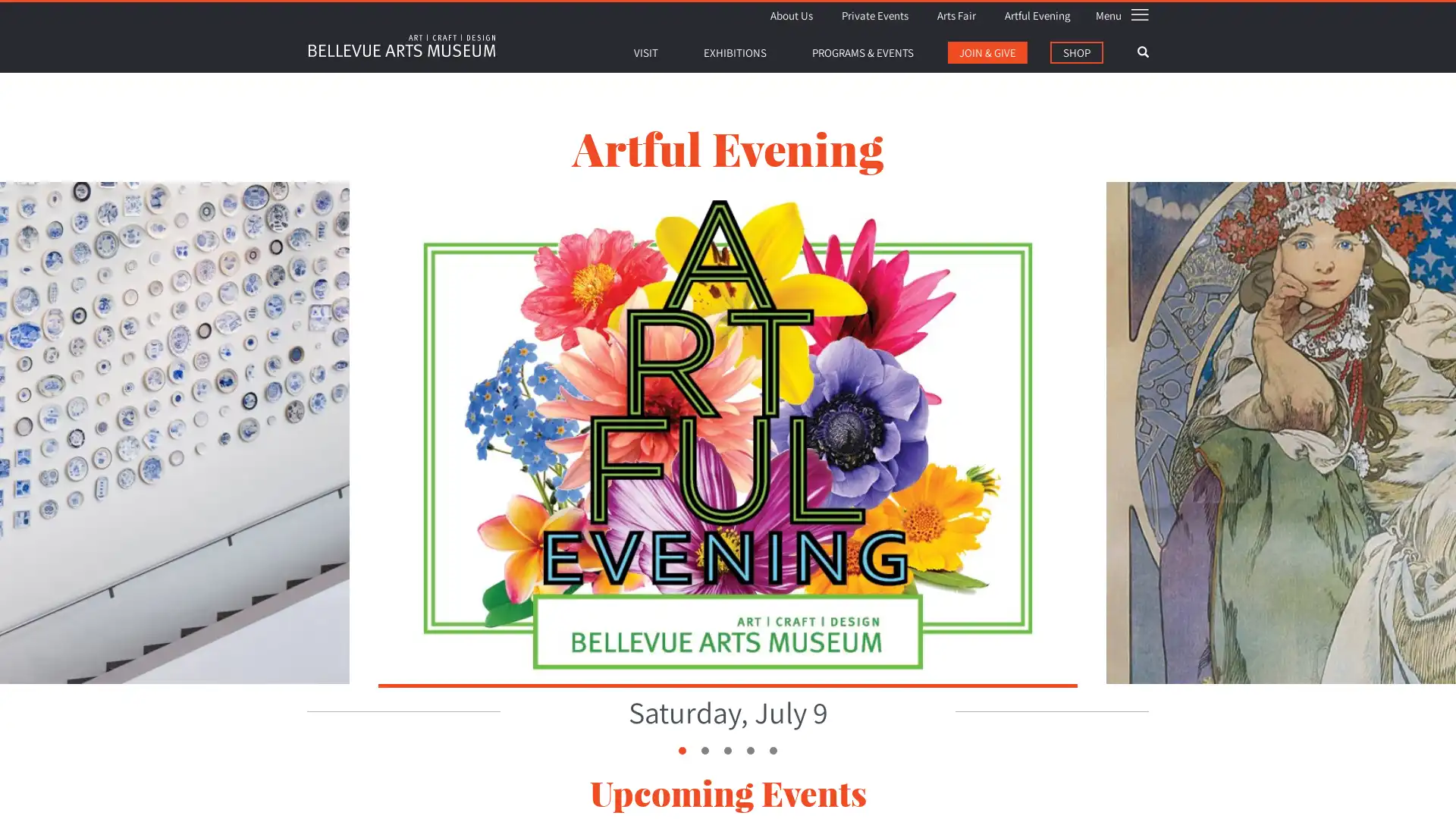 This screenshot has width=1456, height=819. I want to click on 5, so click(773, 751).